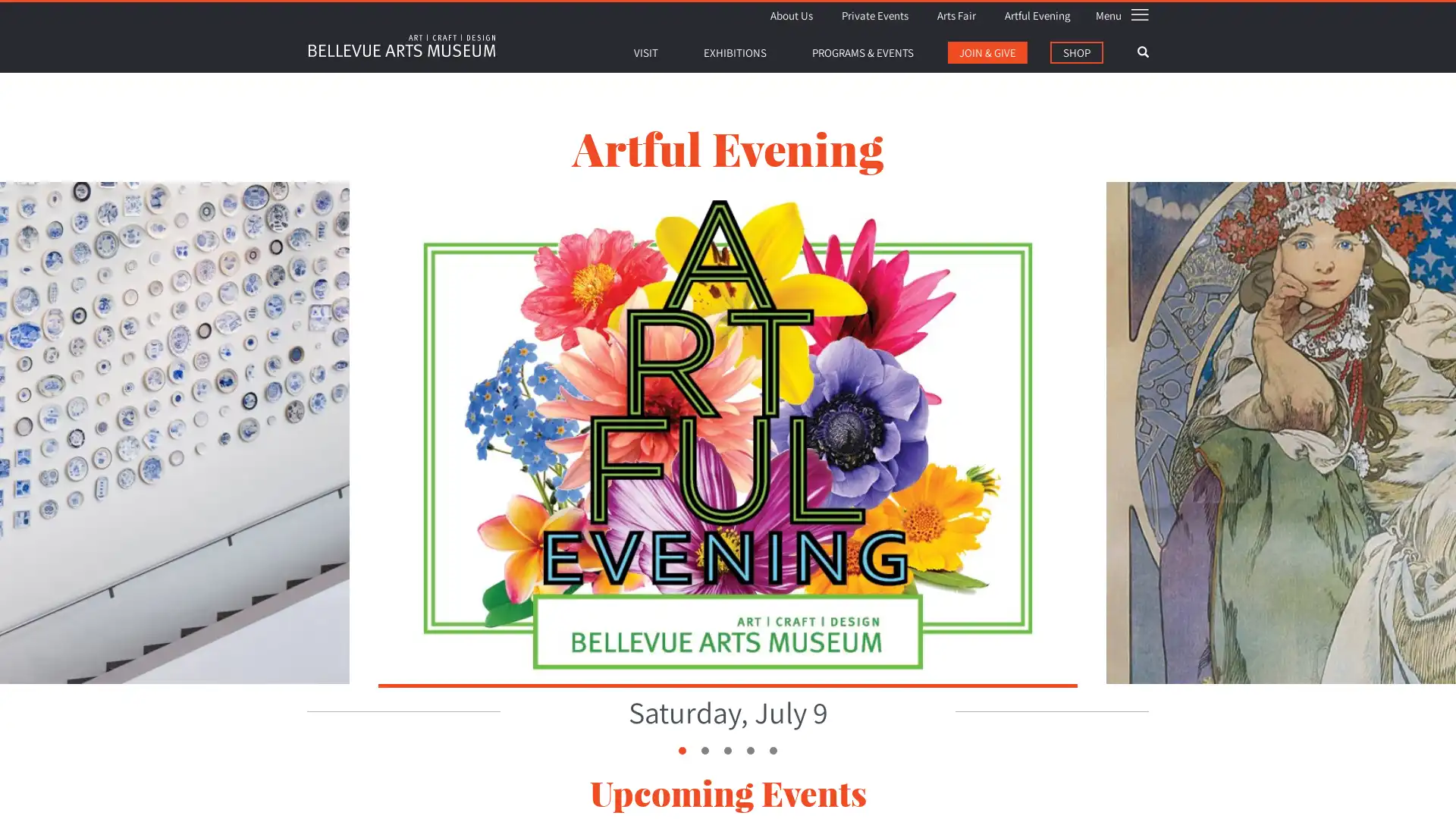 This screenshot has width=1456, height=819. I want to click on 5, so click(773, 751).